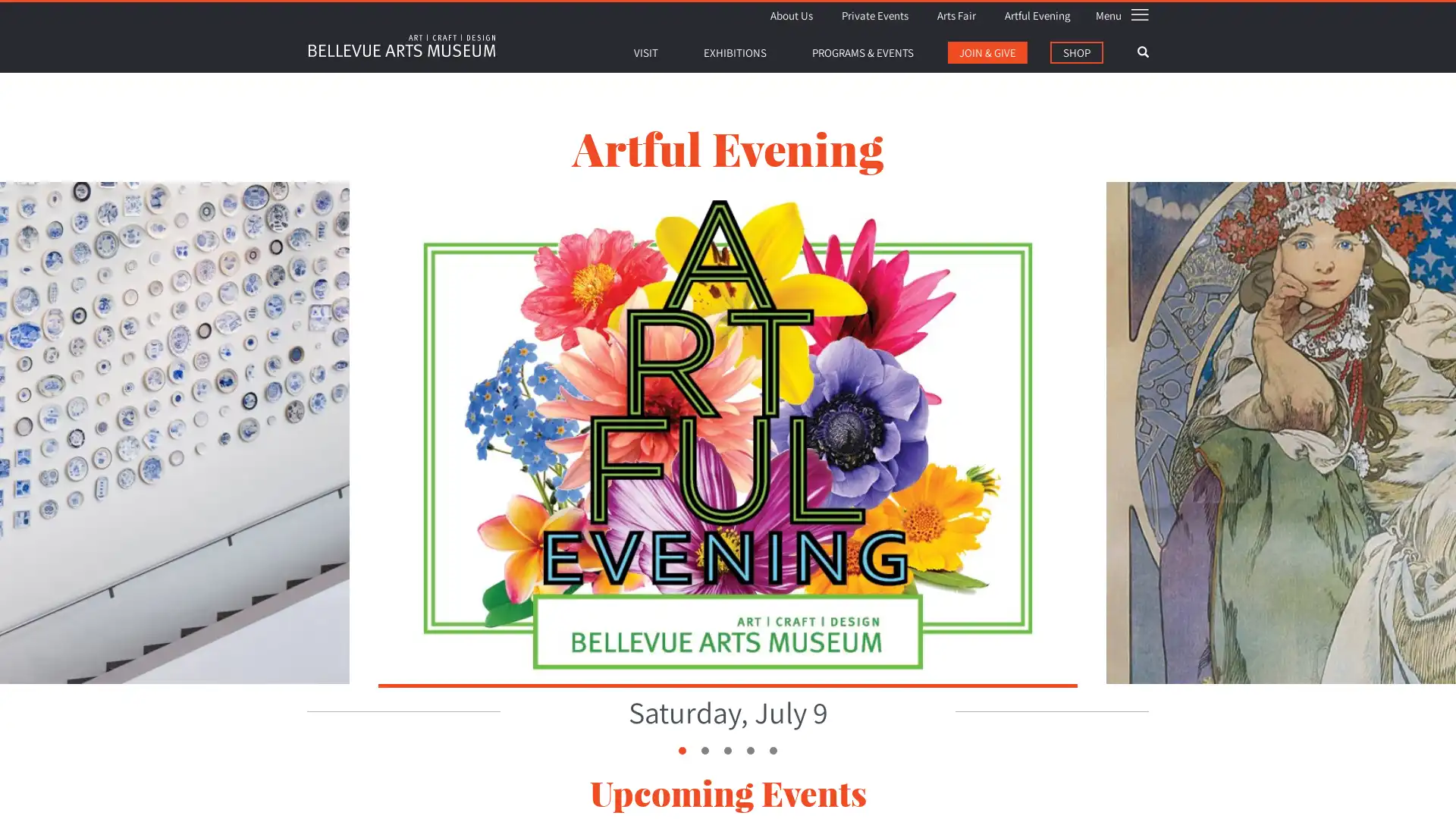 This screenshot has width=1456, height=819. I want to click on 5, so click(773, 751).